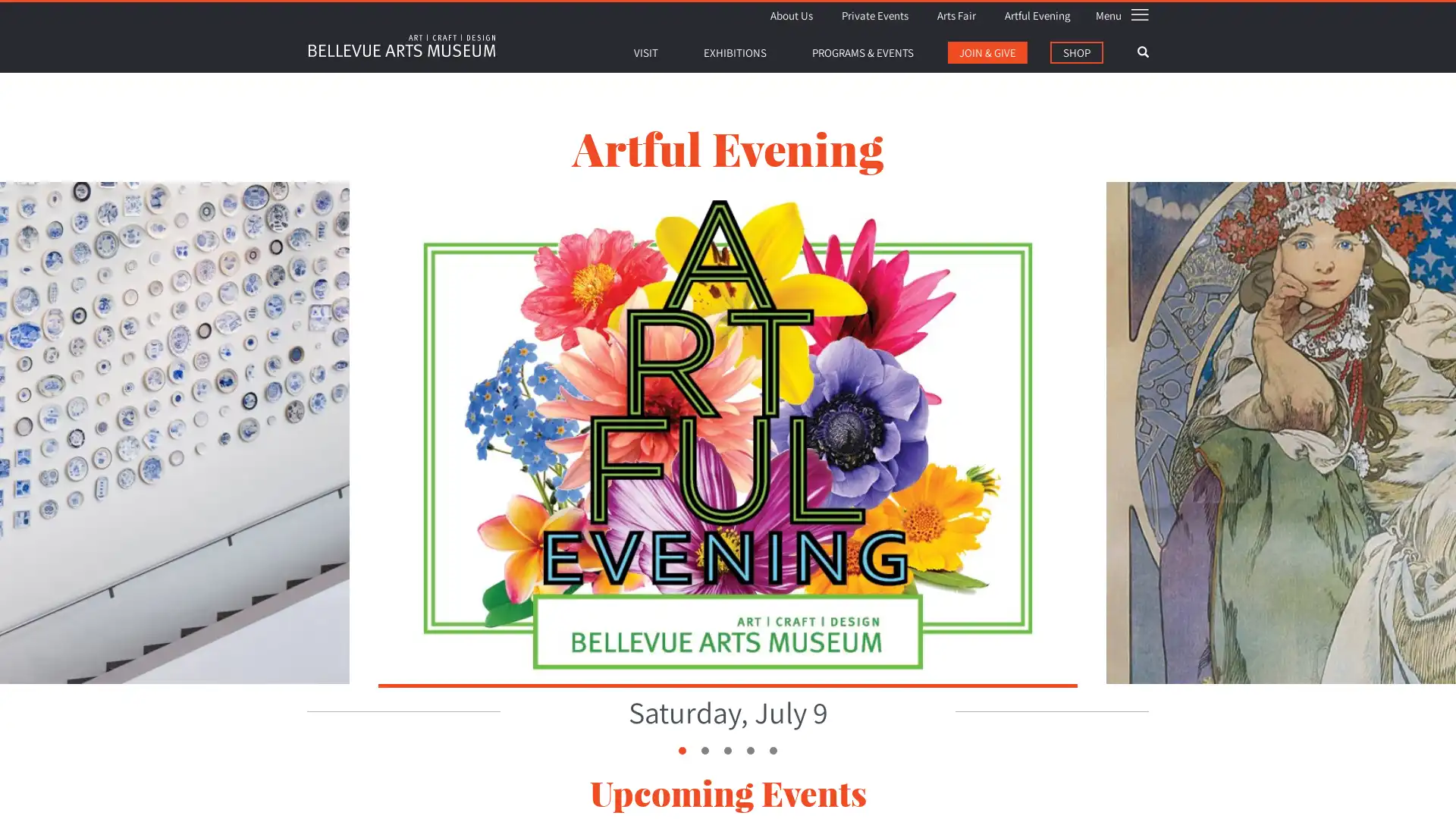 This screenshot has width=1456, height=819. I want to click on 5, so click(773, 751).